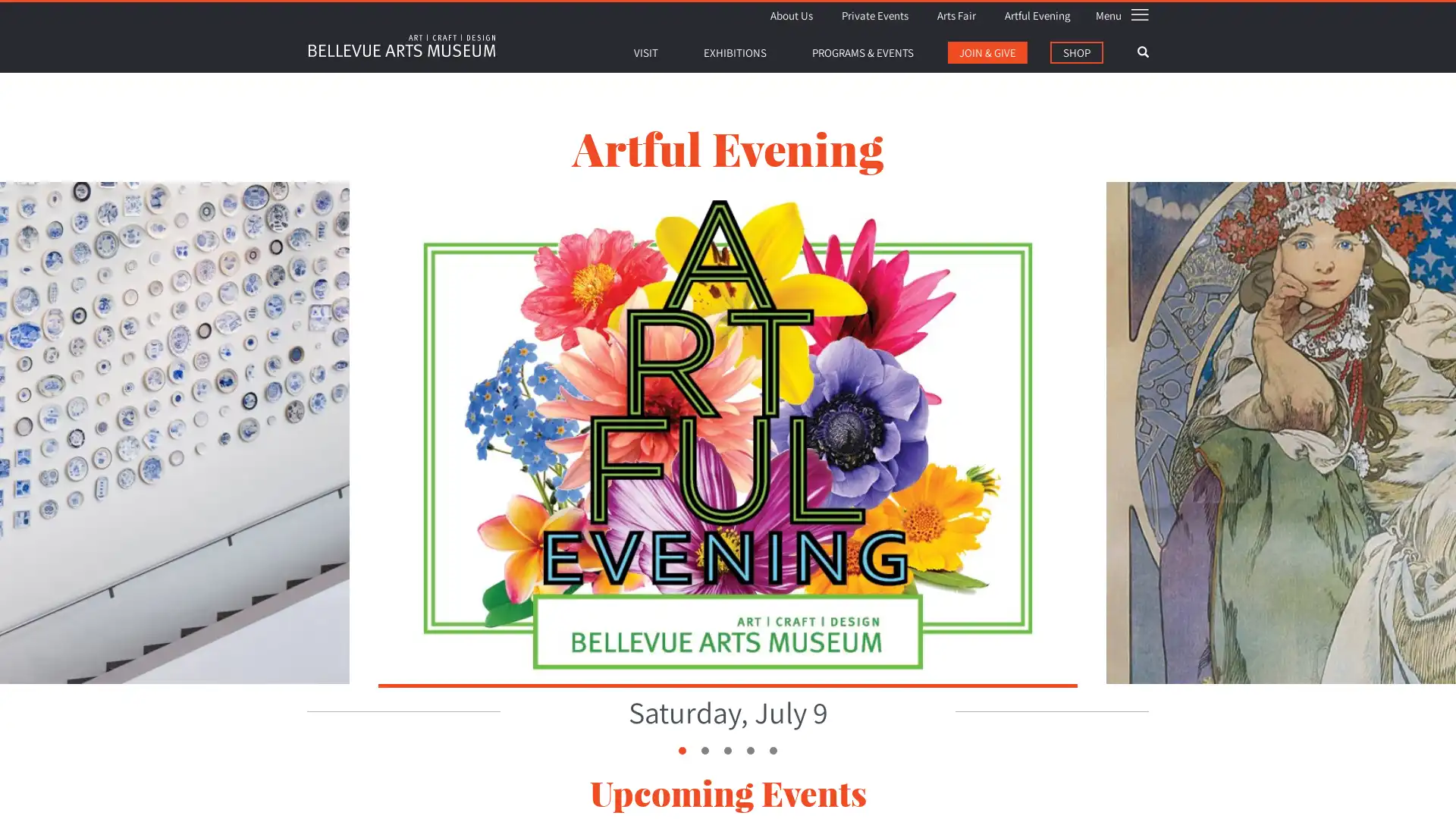 This screenshot has width=1456, height=819. I want to click on 5, so click(773, 751).